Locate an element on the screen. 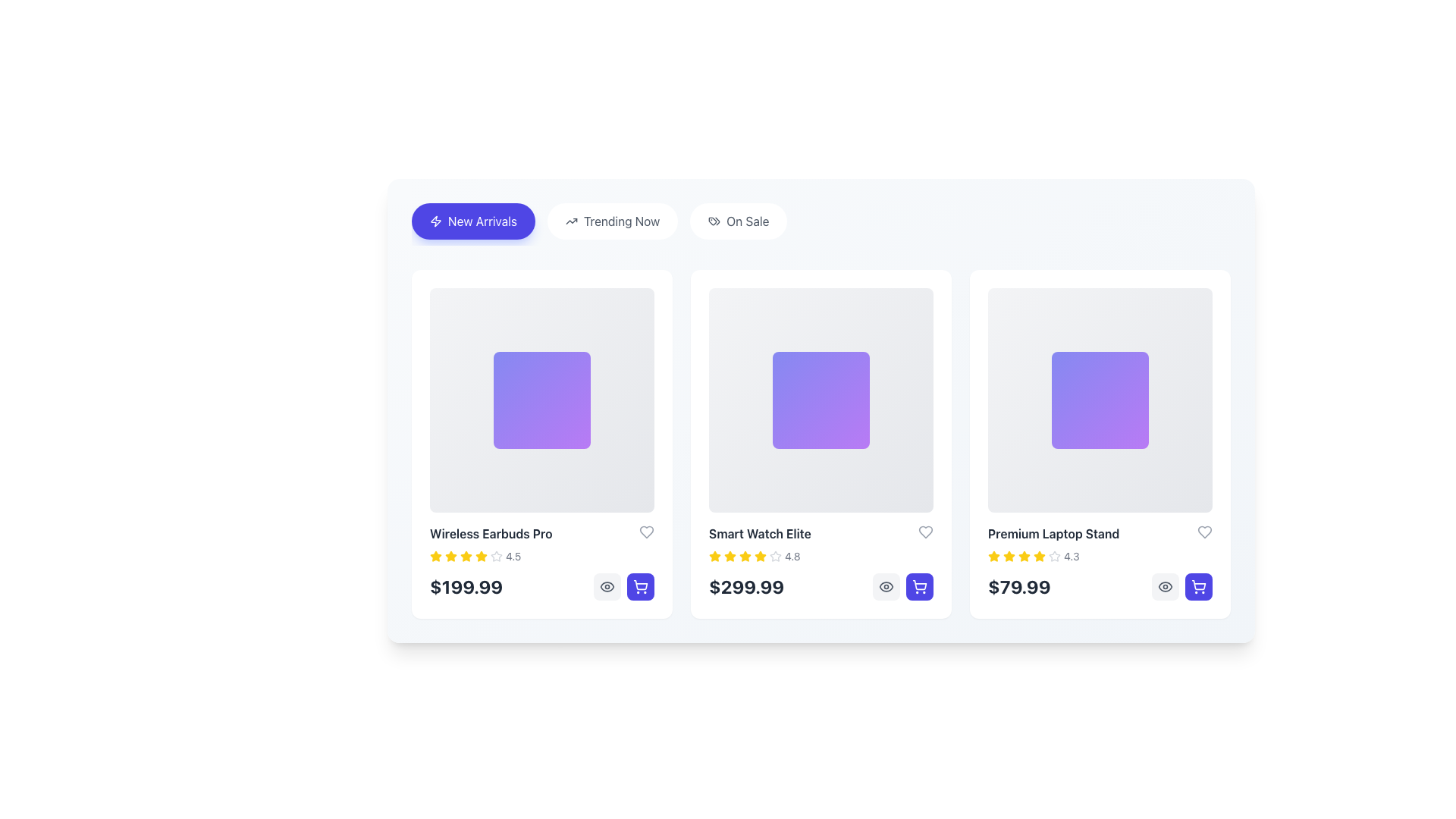  the price display for the product 'Smart Watch Elite', which is the second price display in a horizontal set of three product cards is located at coordinates (746, 586).